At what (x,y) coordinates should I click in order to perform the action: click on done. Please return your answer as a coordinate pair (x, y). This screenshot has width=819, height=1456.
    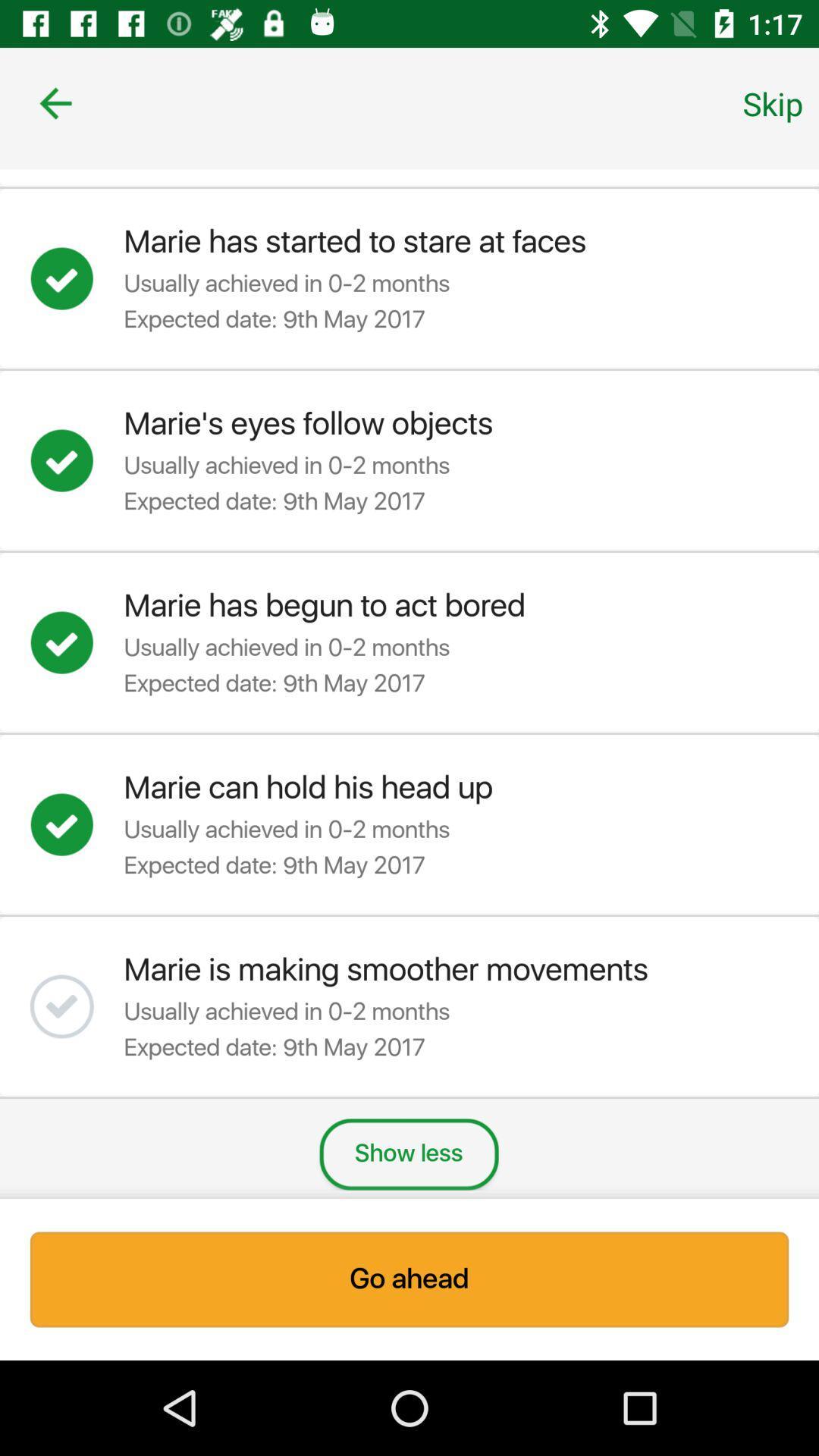
    Looking at the image, I should click on (77, 642).